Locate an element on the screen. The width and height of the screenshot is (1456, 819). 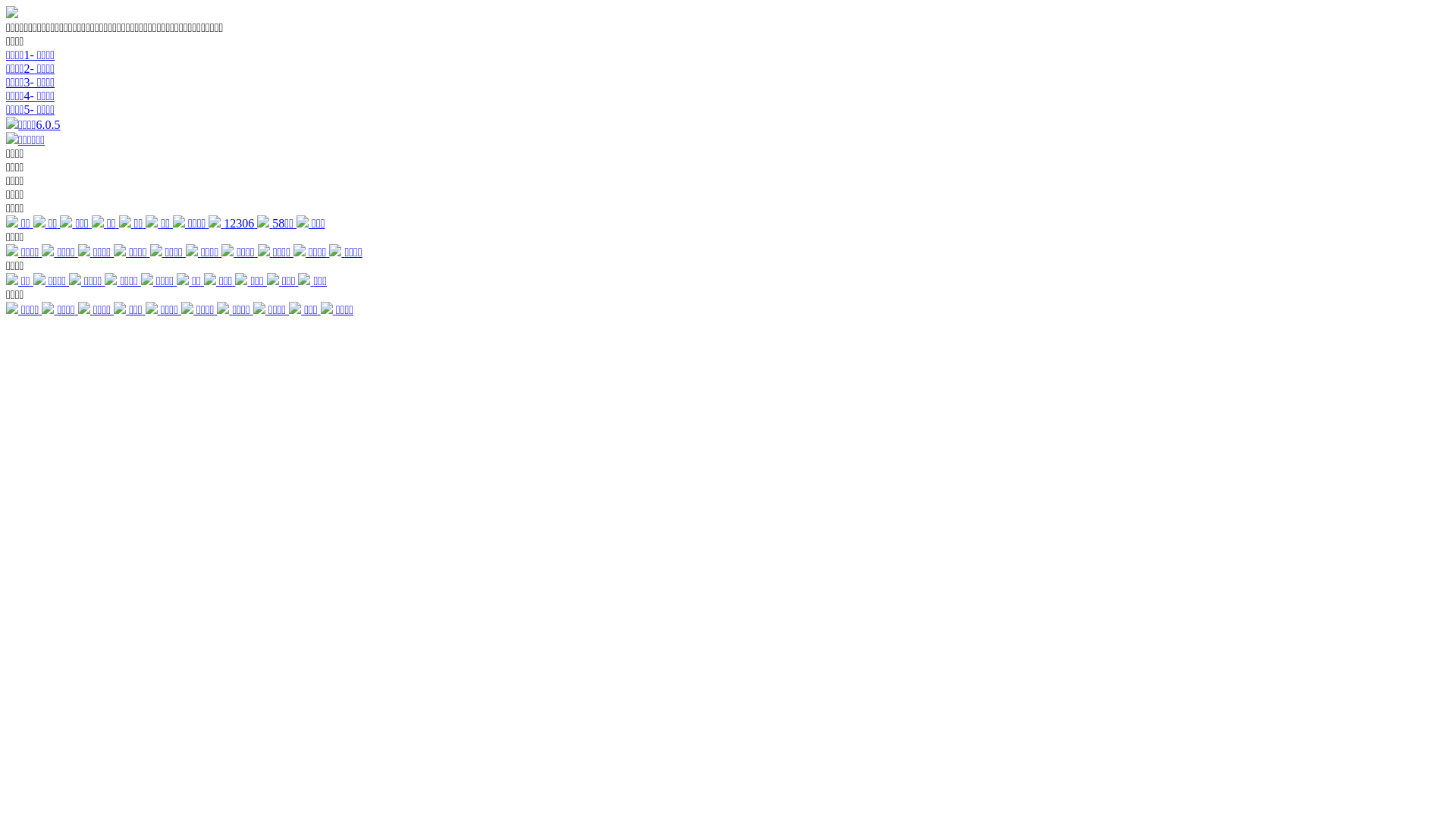
'12306' is located at coordinates (232, 223).